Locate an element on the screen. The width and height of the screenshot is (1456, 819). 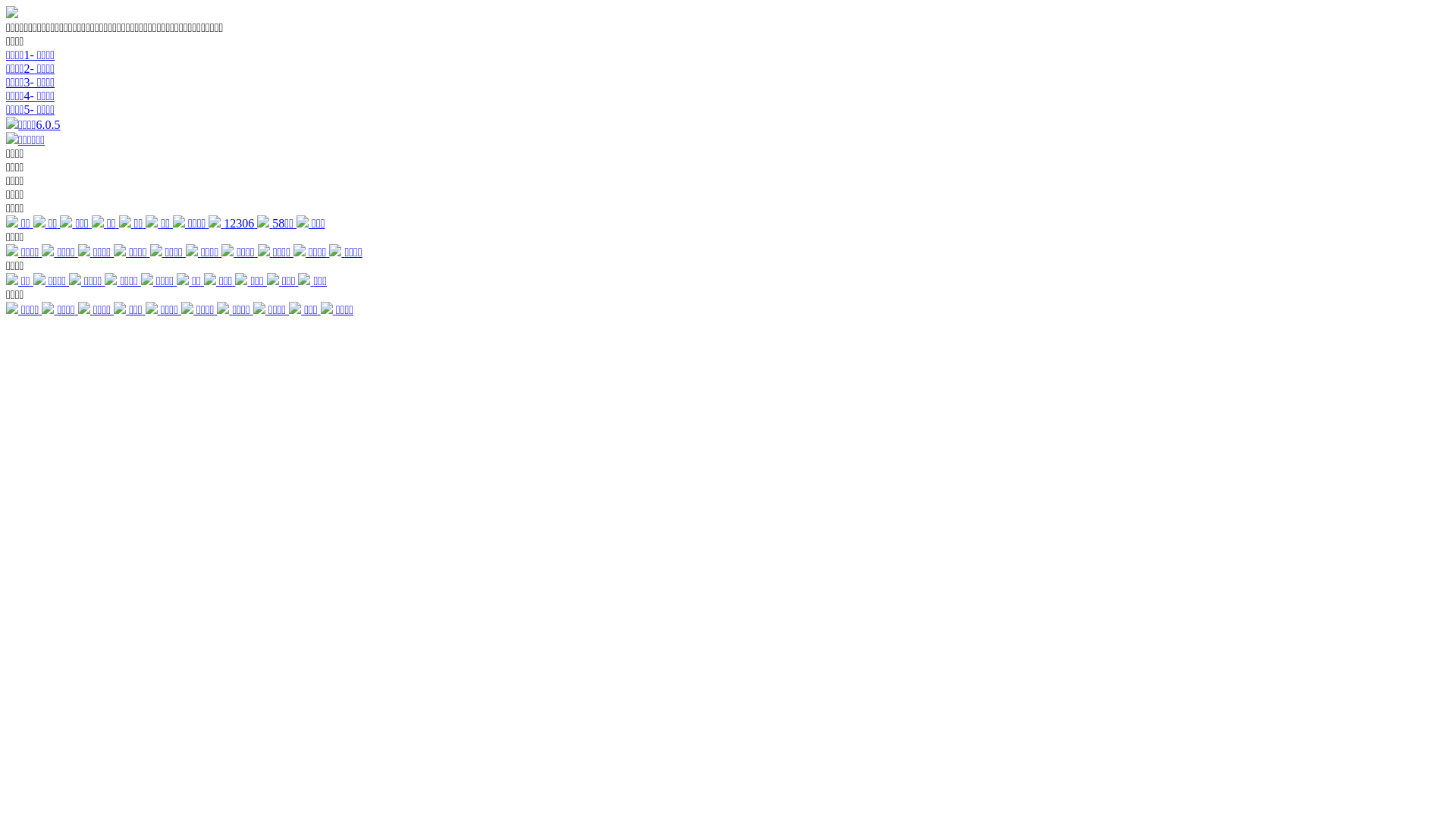
'12306' is located at coordinates (232, 223).